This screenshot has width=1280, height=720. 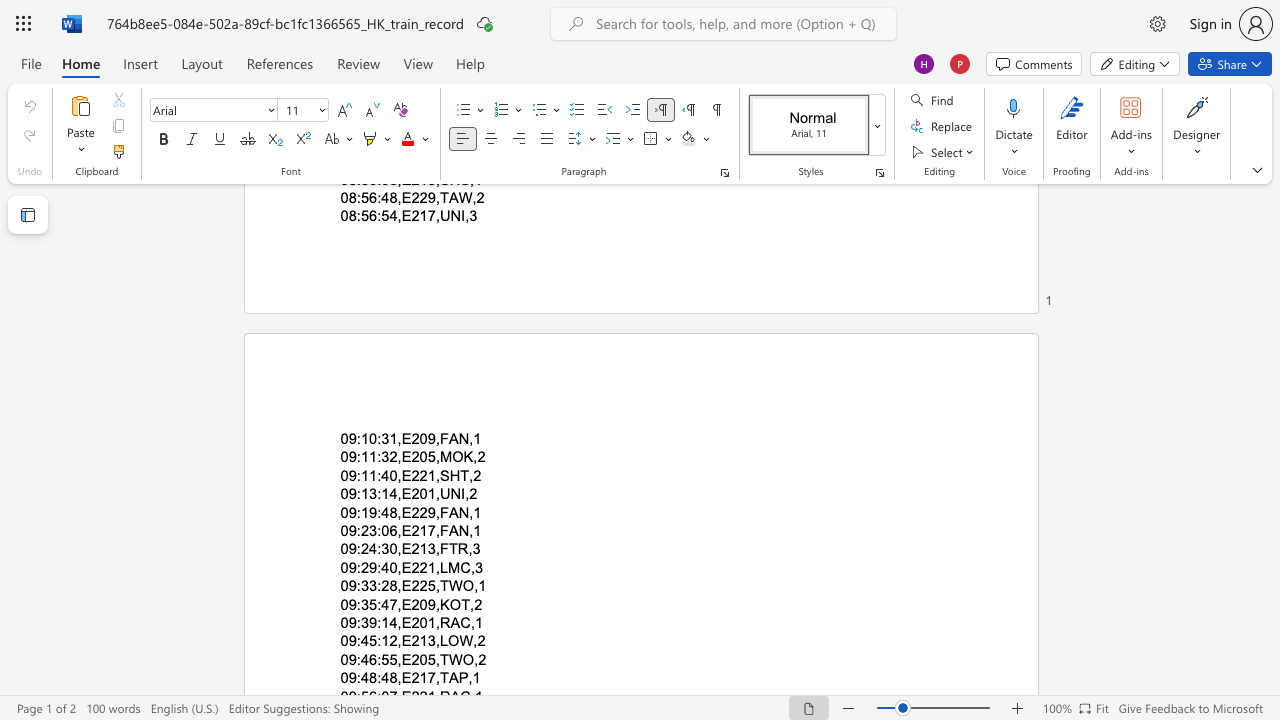 I want to click on the subset text "40,E221,SH" within the text "09:11:40,E221,SHT,2", so click(x=381, y=475).